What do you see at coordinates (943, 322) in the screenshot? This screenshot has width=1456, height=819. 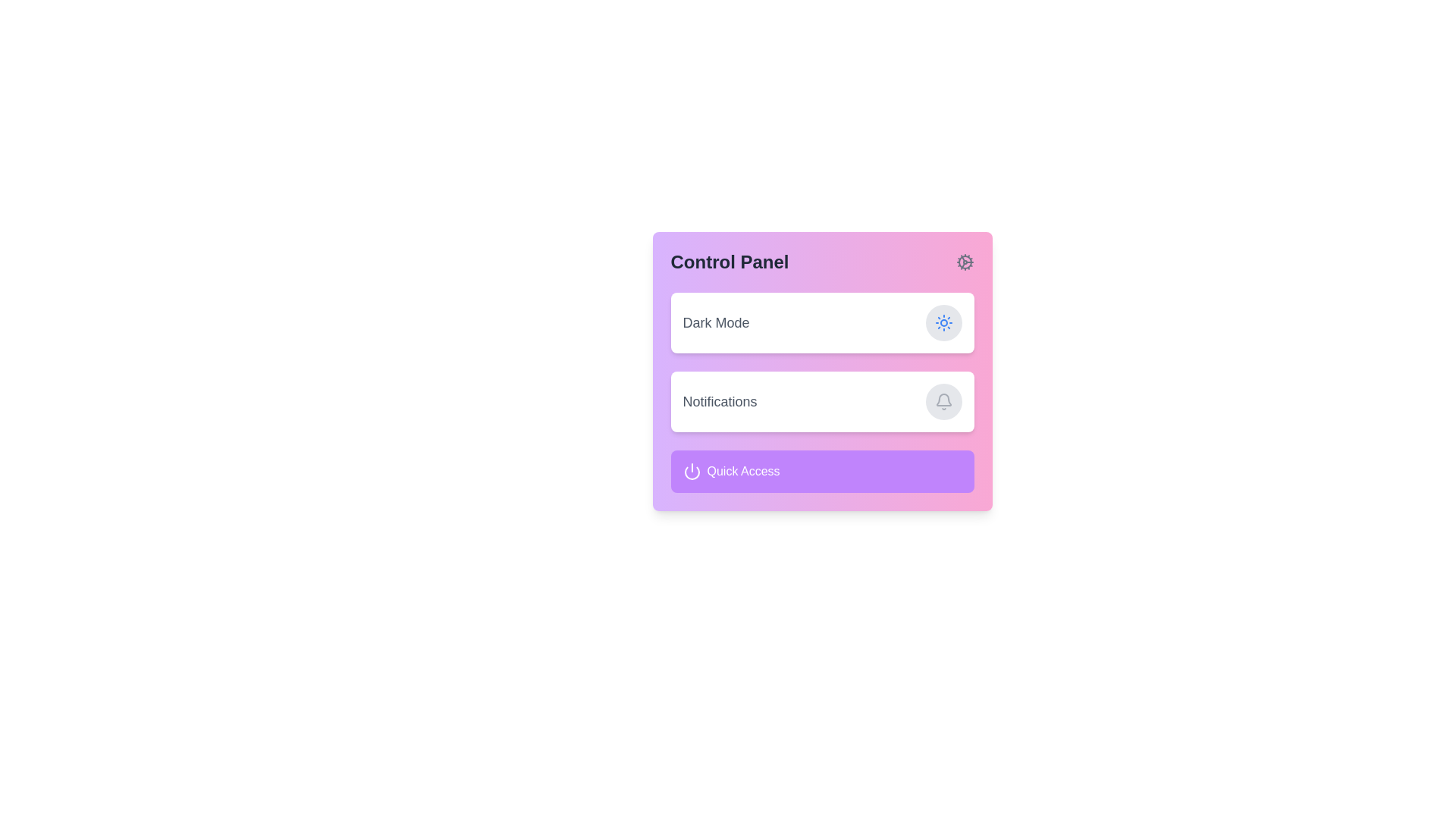 I see `the sun icon, which is styled in blue and located within a circular gray button to the right of the 'Dark Mode' text label` at bounding box center [943, 322].